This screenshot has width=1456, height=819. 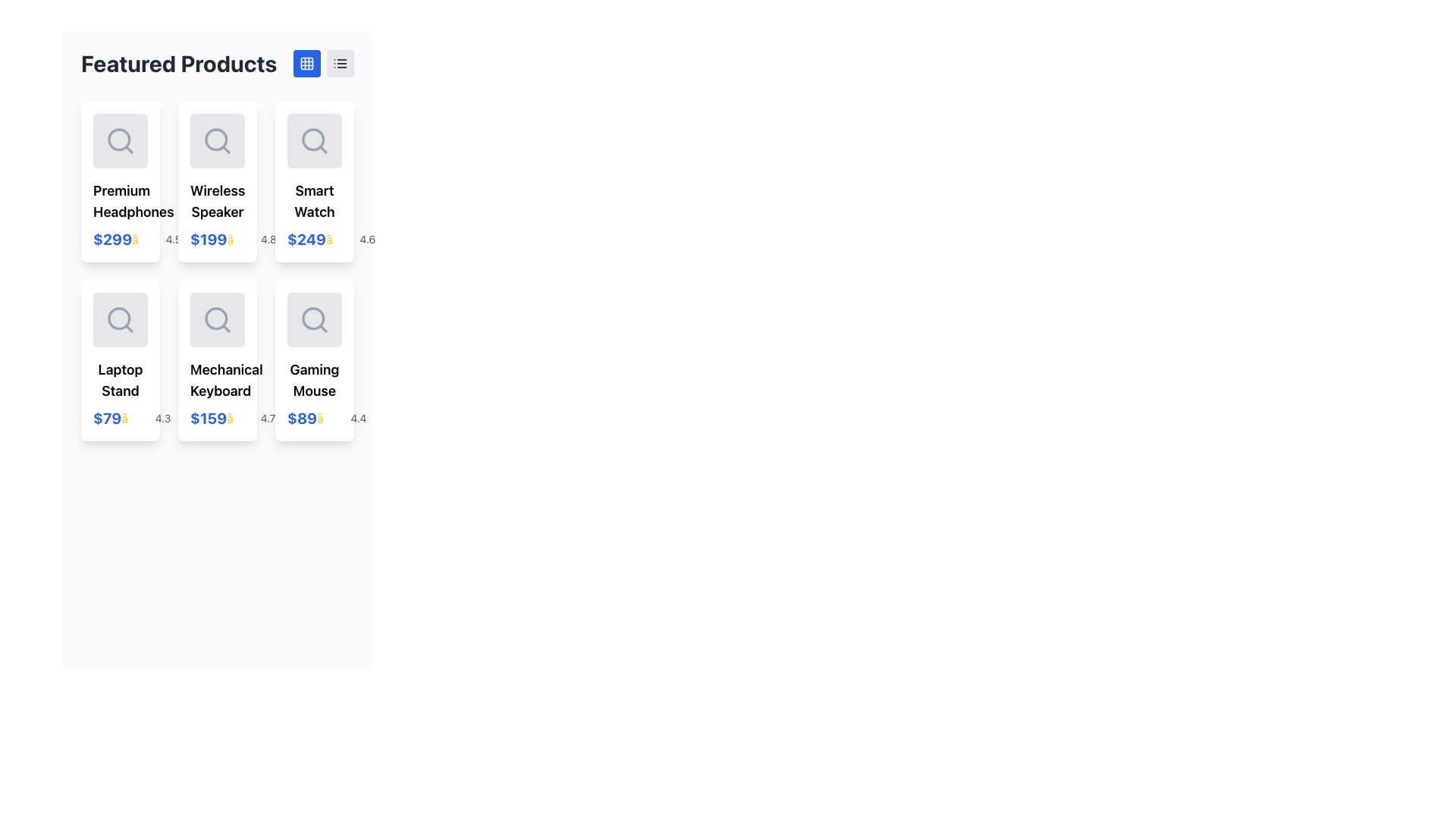 What do you see at coordinates (313, 201) in the screenshot?
I see `the Text Label that describes the product 'Smart Watch', located in the middle cell of the top row of the grid layout, situated directly beneath the image placeholder and above the blue price label and yellow star icon` at bounding box center [313, 201].